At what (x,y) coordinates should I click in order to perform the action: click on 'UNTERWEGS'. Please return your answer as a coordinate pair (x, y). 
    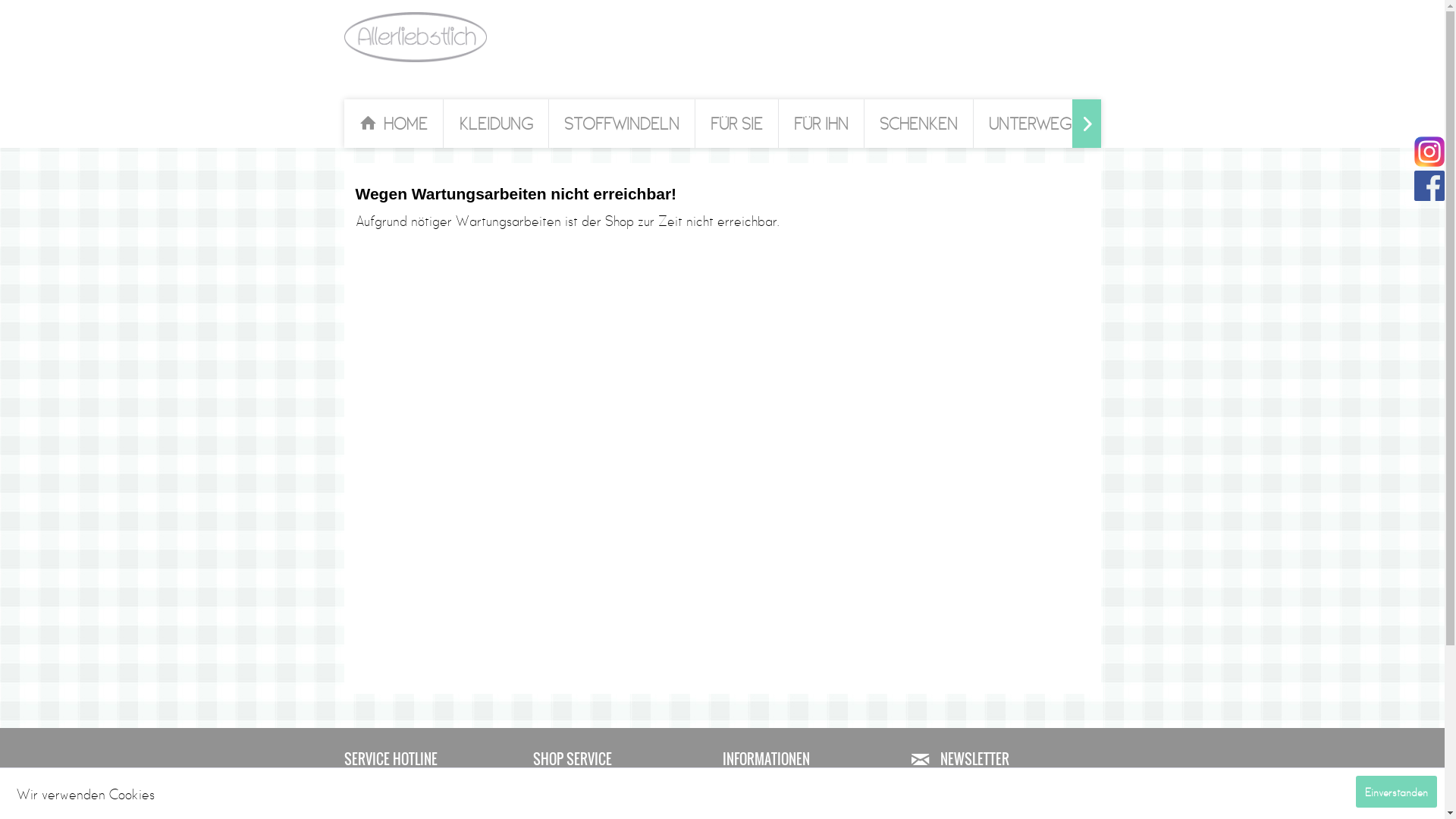
    Looking at the image, I should click on (1034, 122).